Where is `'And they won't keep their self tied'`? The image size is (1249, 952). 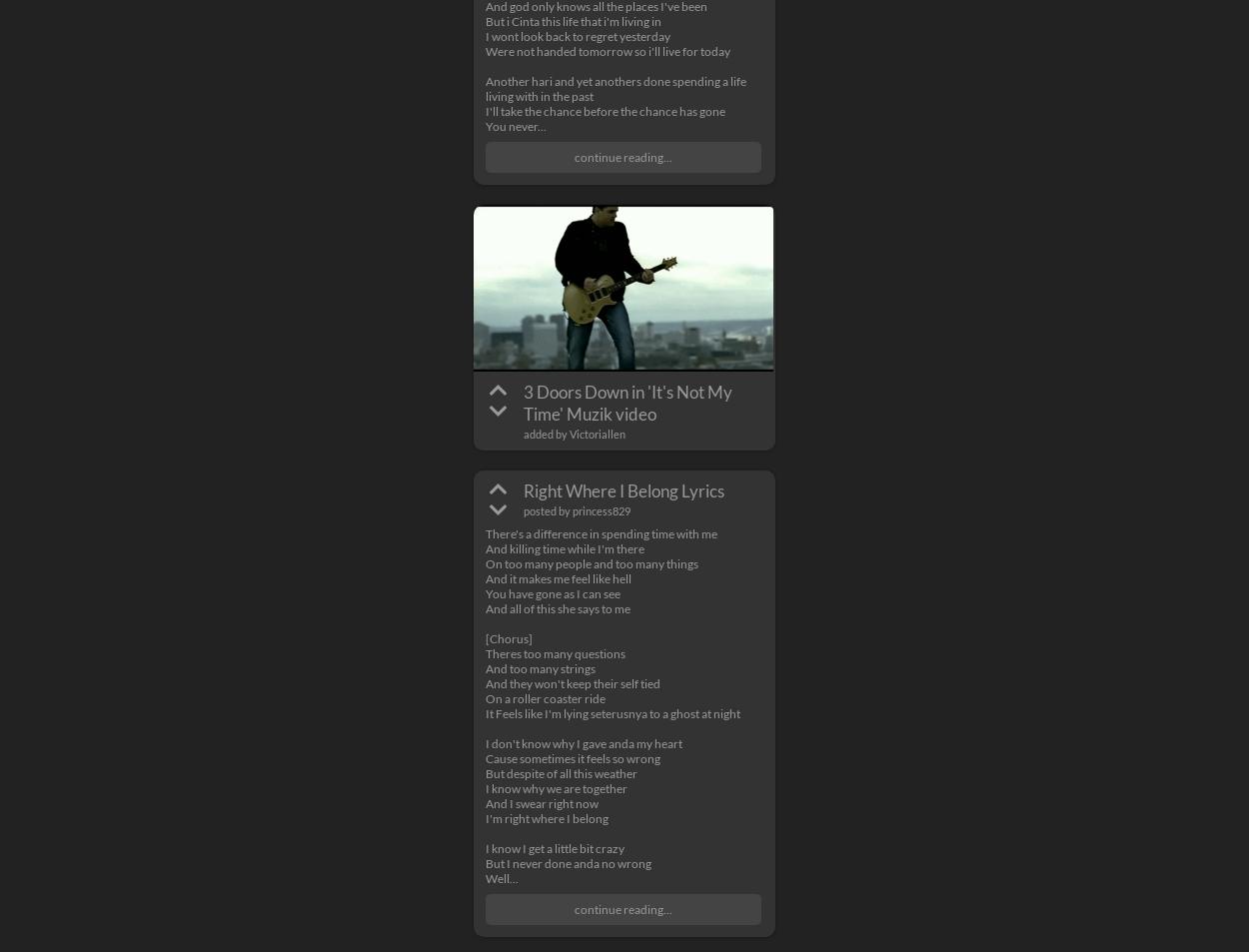 'And they won't keep their self tied' is located at coordinates (572, 683).